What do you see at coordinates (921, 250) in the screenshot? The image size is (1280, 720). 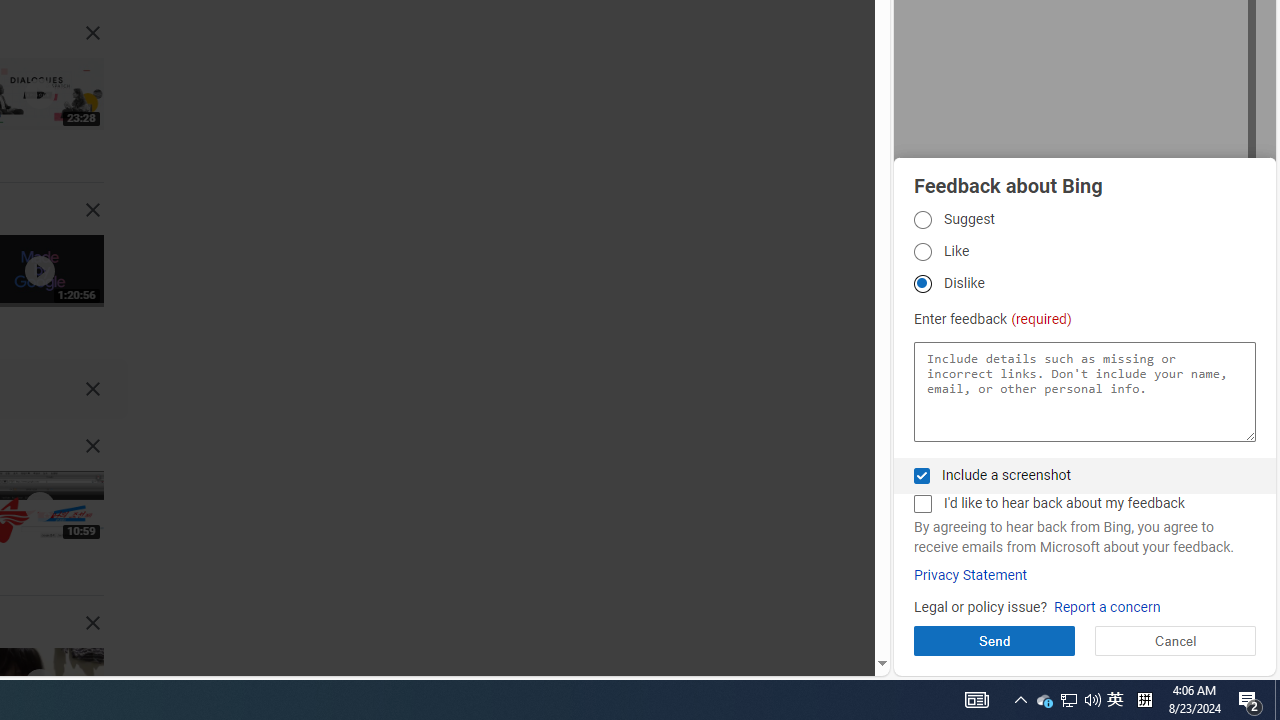 I see `'Like Like'` at bounding box center [921, 250].